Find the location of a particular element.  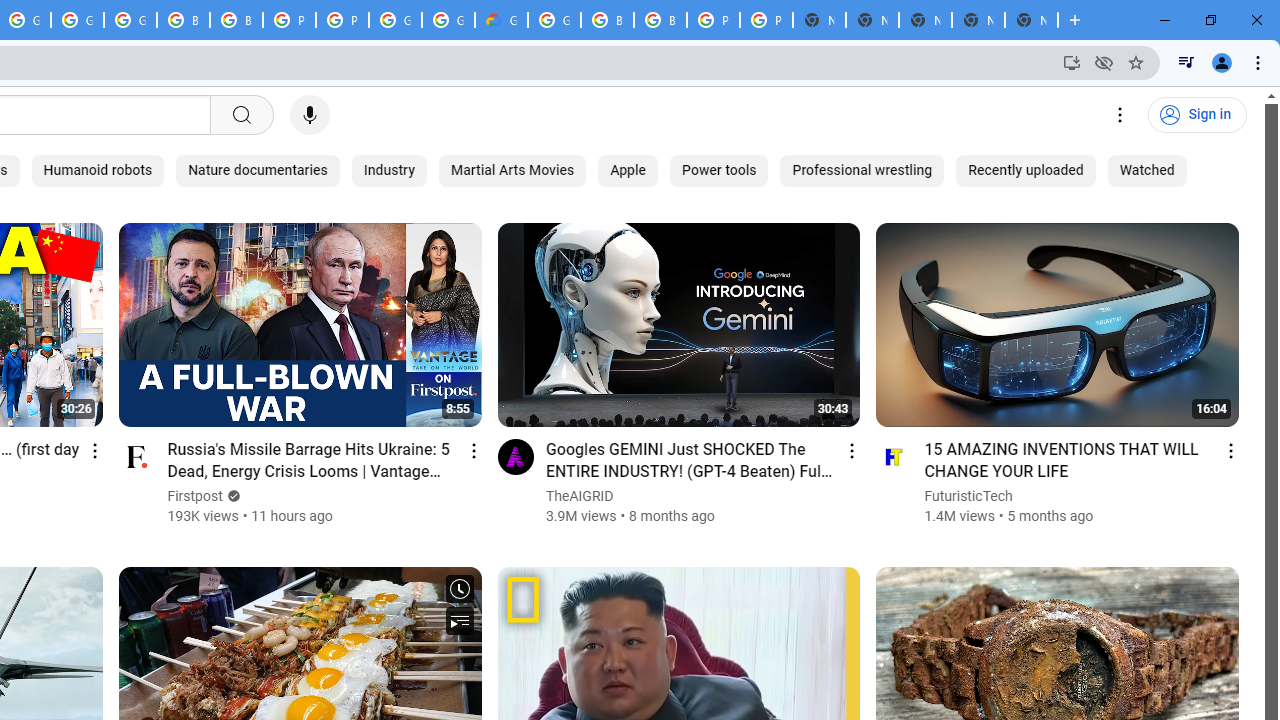

'Go to channel' is located at coordinates (893, 456).